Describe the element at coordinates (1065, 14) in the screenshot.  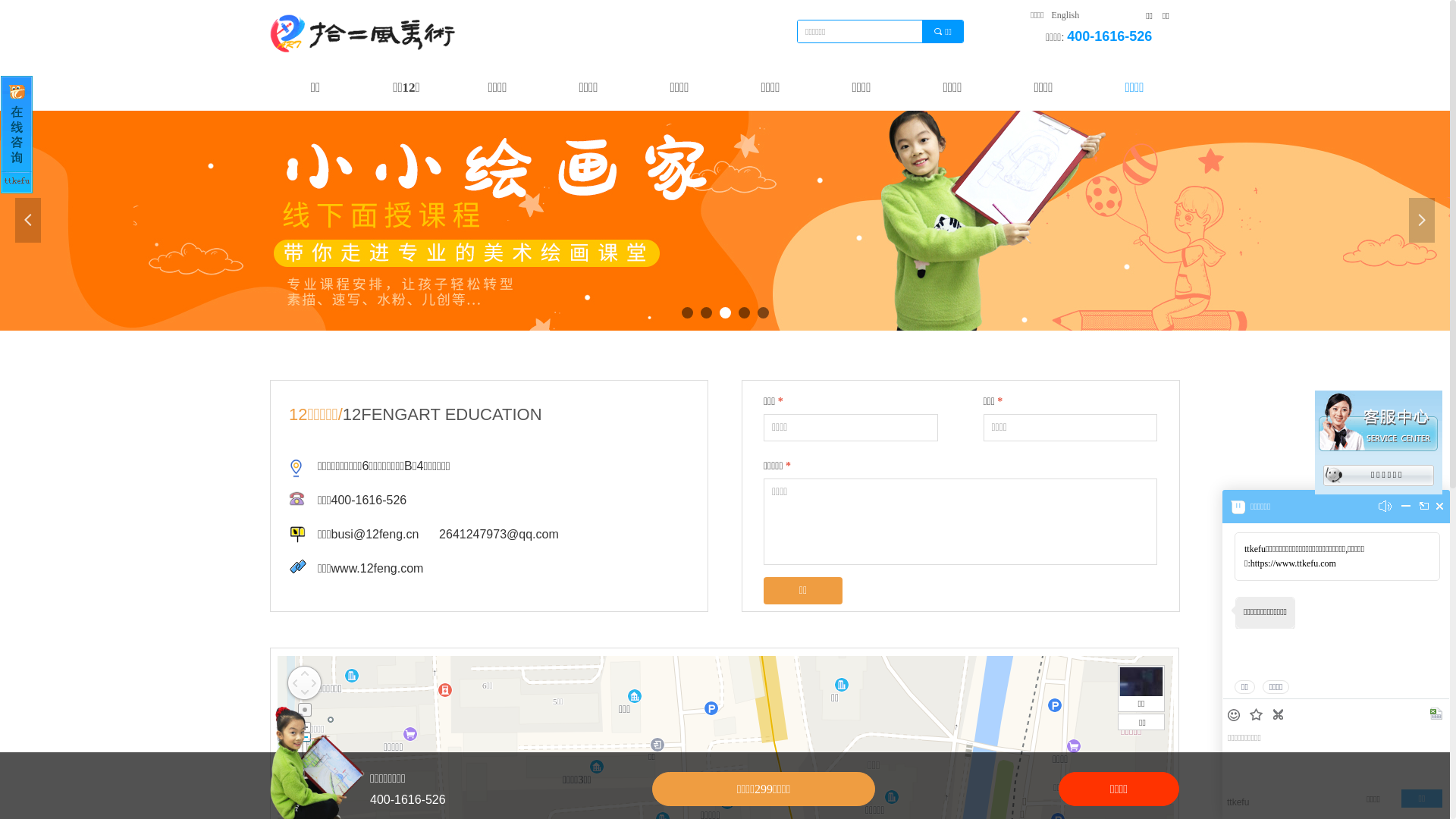
I see `'English'` at that location.